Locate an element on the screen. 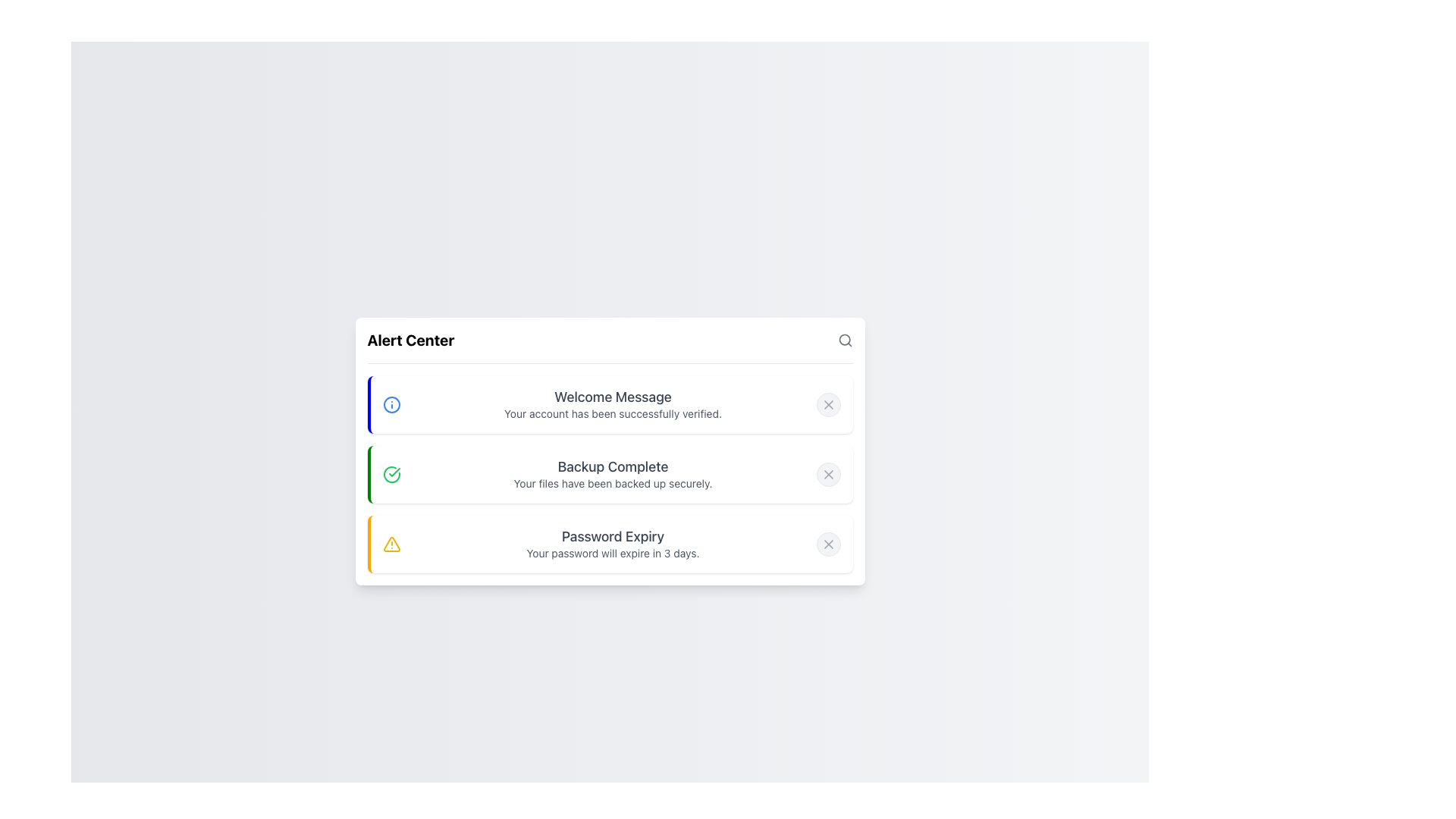 This screenshot has height=819, width=1456. the circular part of the SVG search icon located at the top-right corner of the 'Alert Center' card is located at coordinates (843, 338).